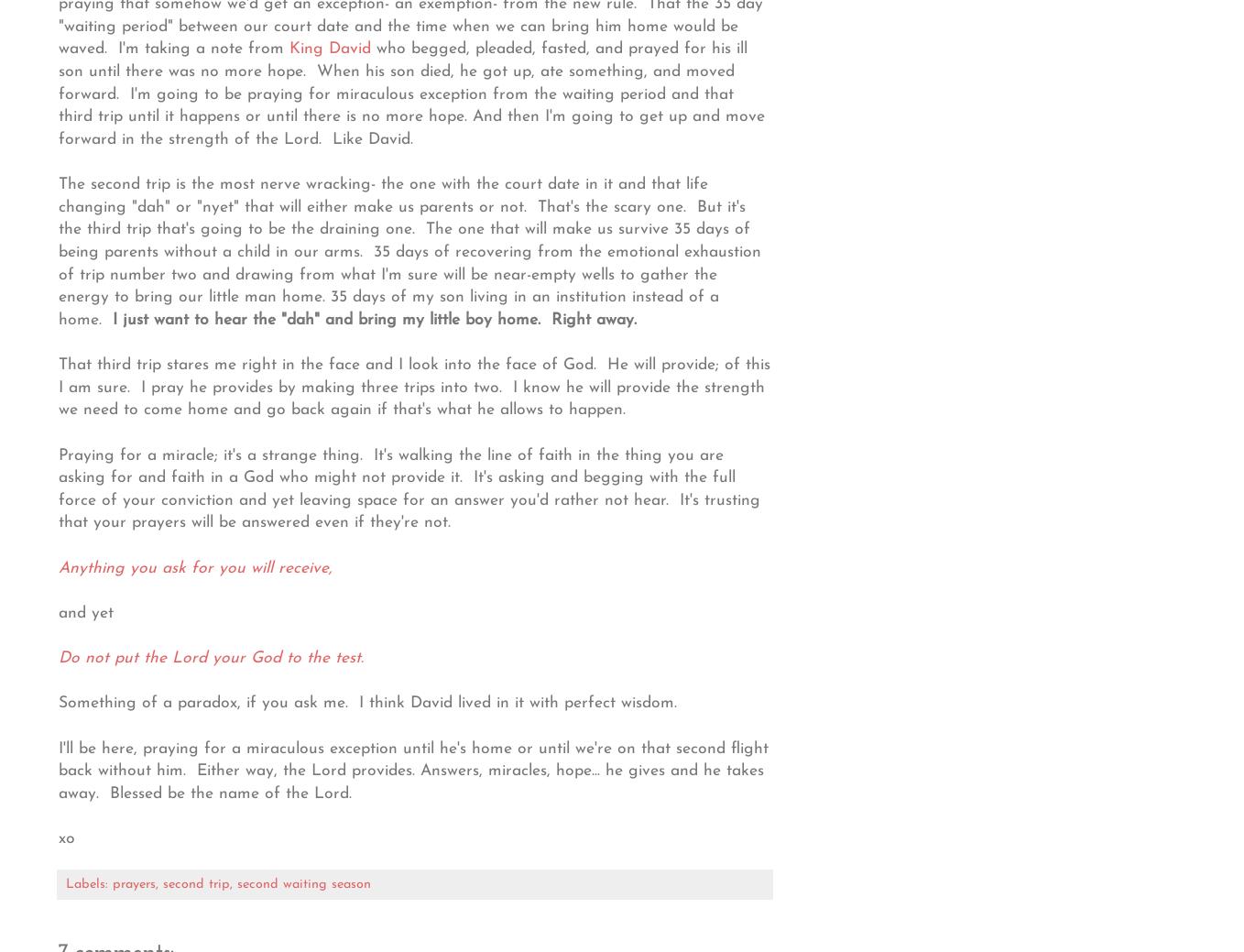  I want to click on 'prayers', so click(134, 883).